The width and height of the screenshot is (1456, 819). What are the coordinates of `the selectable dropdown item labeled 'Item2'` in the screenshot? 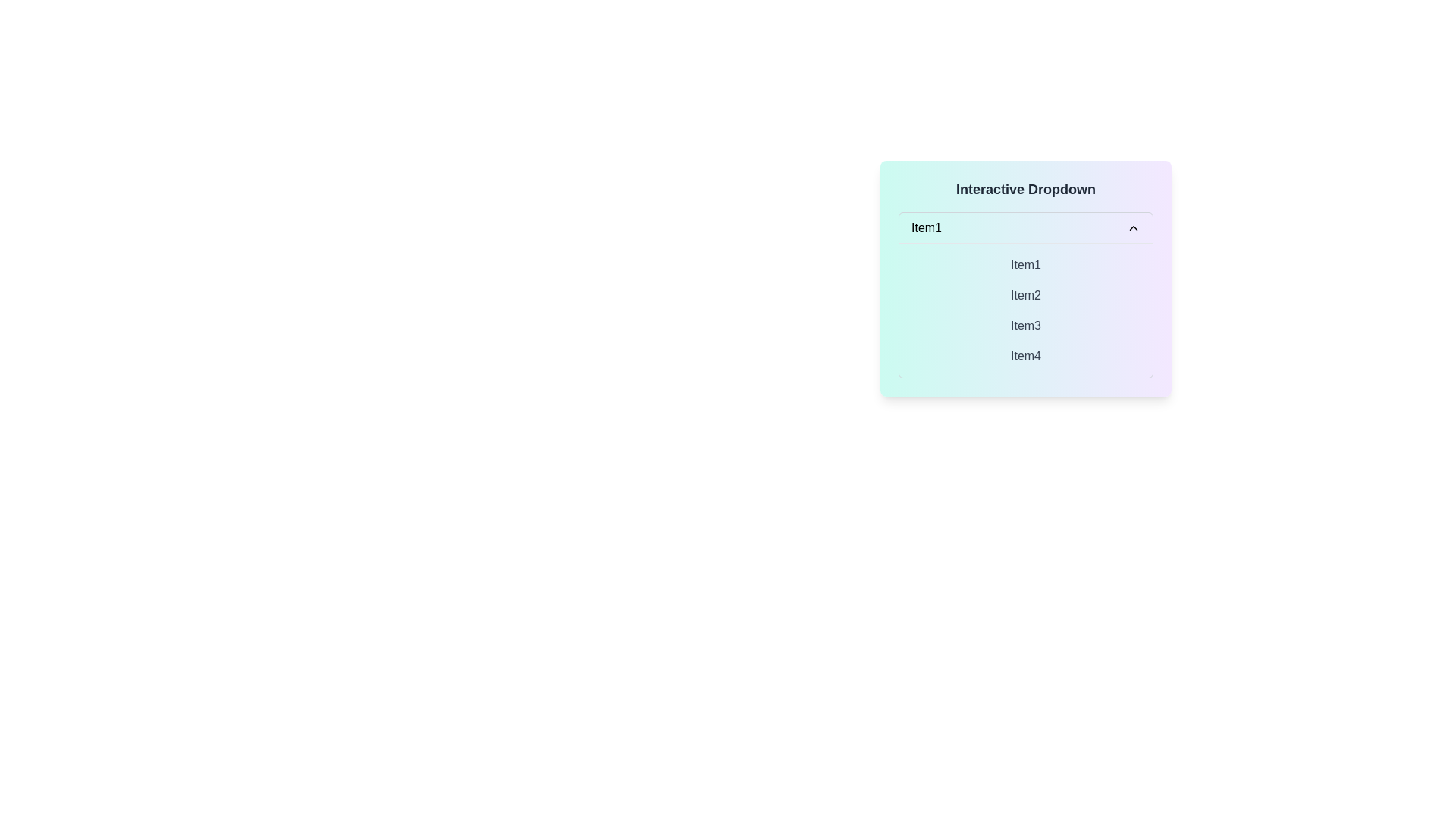 It's located at (1026, 295).